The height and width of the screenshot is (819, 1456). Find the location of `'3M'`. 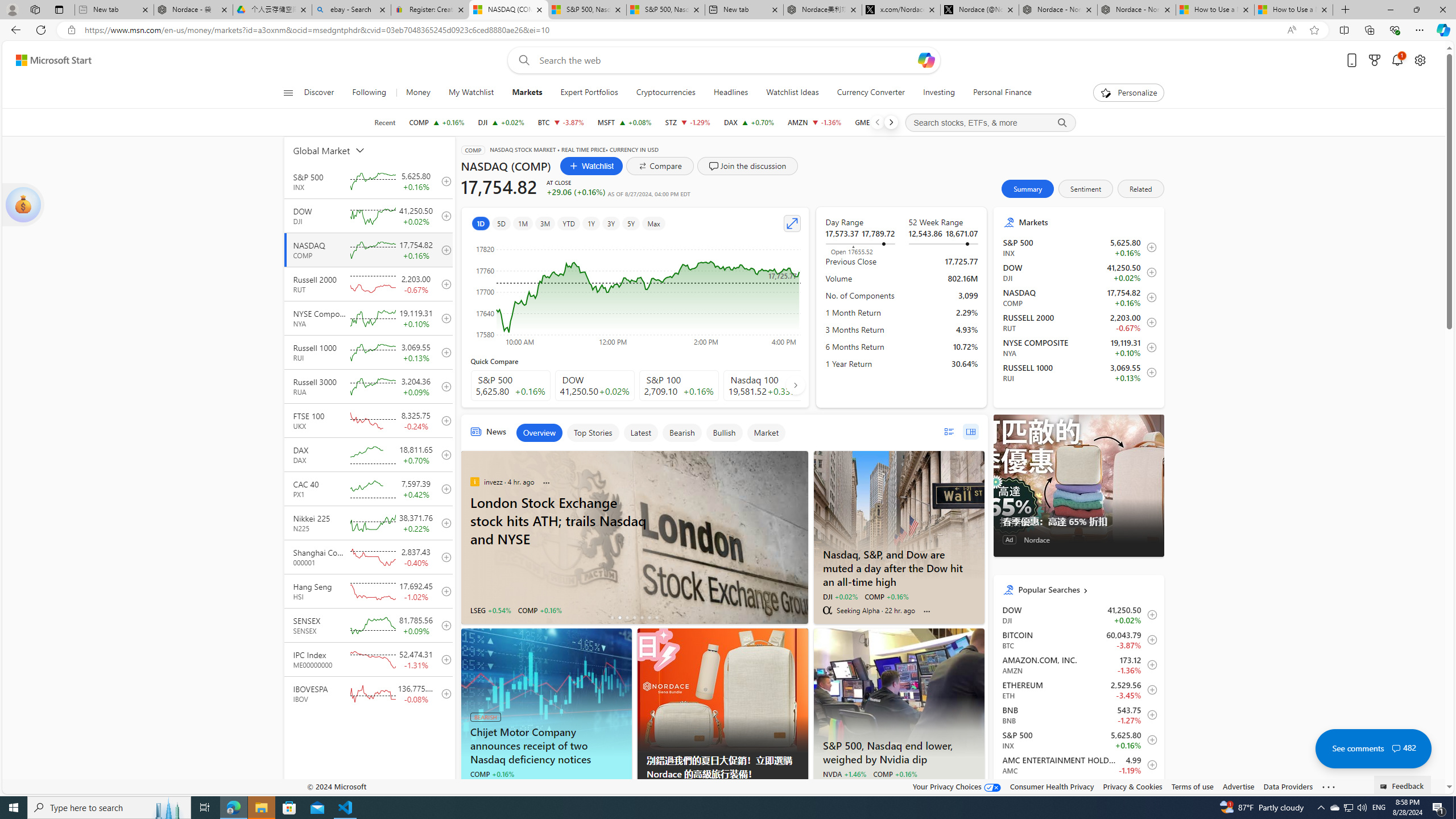

'3M' is located at coordinates (545, 223).